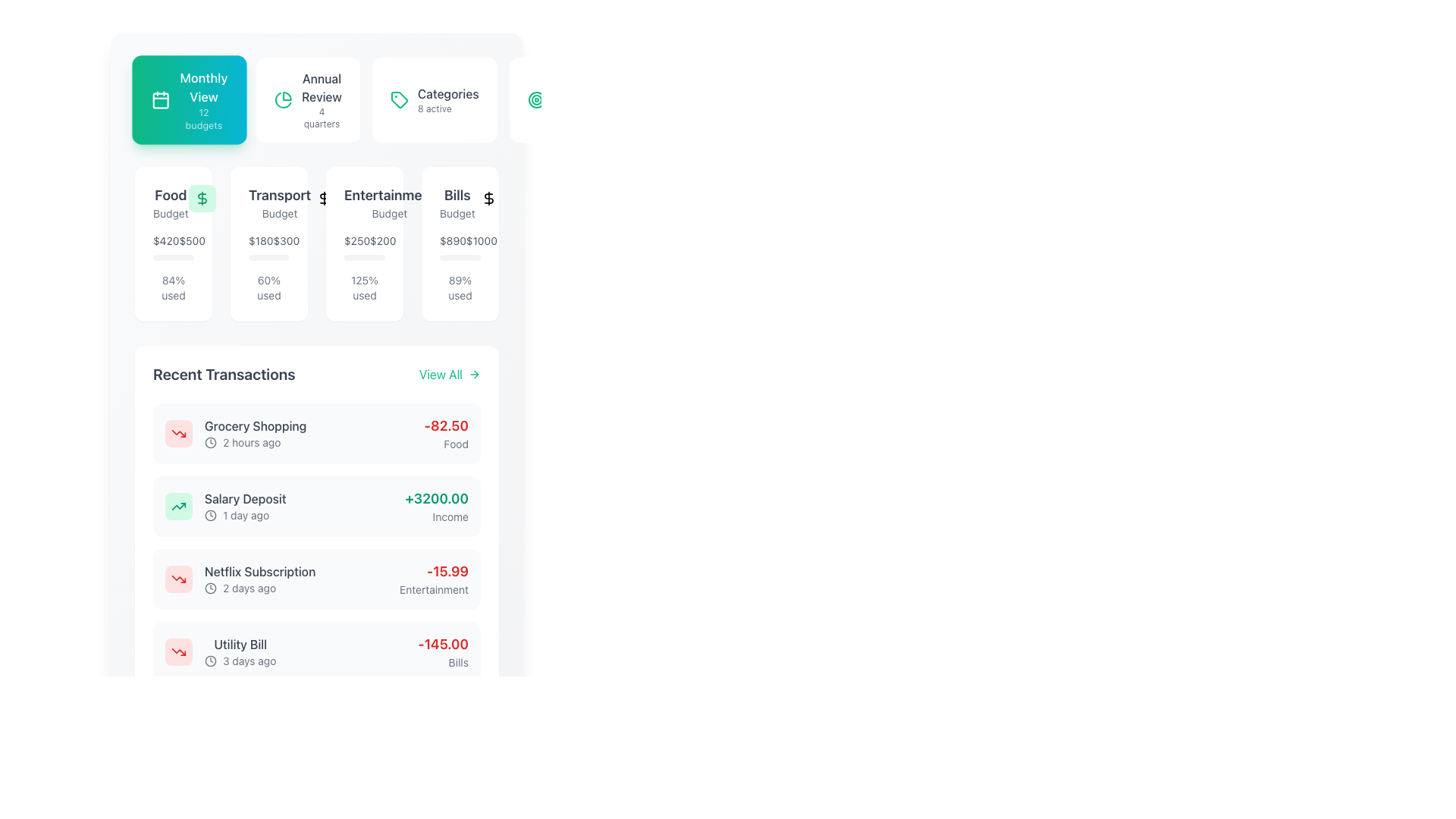 This screenshot has width=1456, height=819. Describe the element at coordinates (256, 433) in the screenshot. I see `transaction record labeled 'Grocery Shopping' with the timestamp '2 hours ago' displayed in medium gray text, located at the center of the element in the 'Recent Transactions' section` at that location.